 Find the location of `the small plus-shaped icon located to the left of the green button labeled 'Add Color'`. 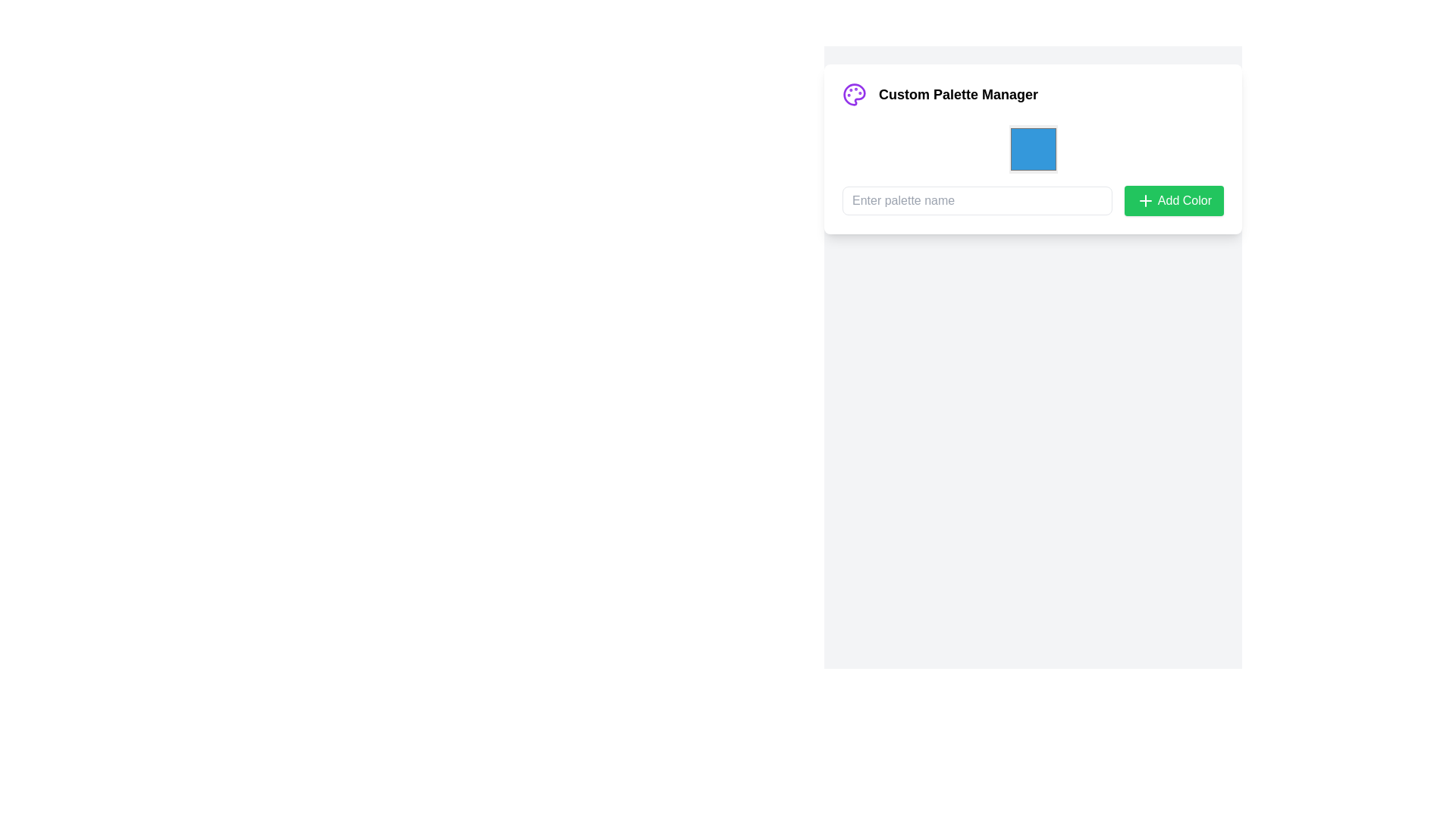

the small plus-shaped icon located to the left of the green button labeled 'Add Color' is located at coordinates (1145, 200).